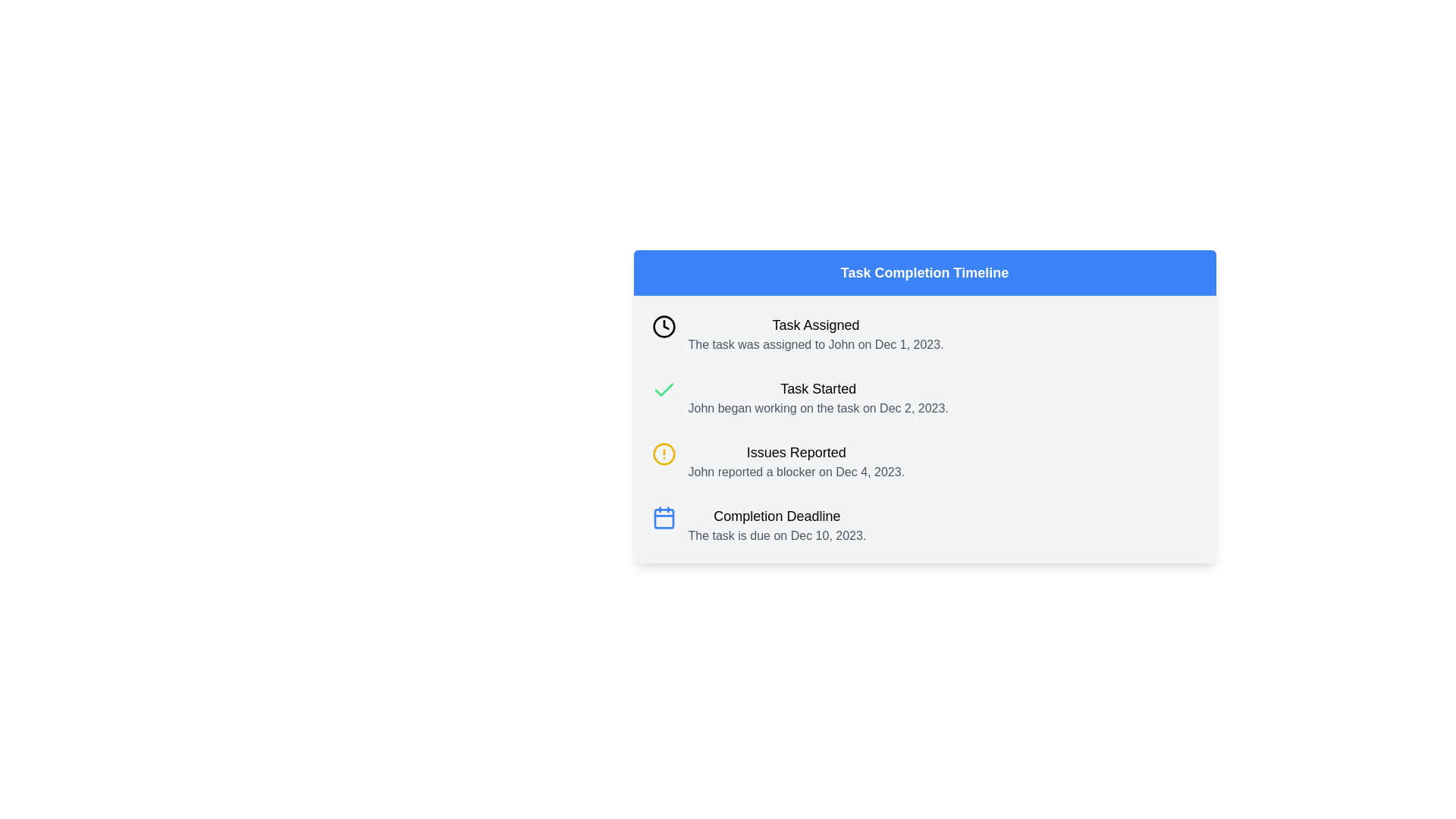  Describe the element at coordinates (777, 516) in the screenshot. I see `text label indicating the completion deadline for the task, which is located in the 'Task Completion Timeline' panel, positioned above the smaller descriptive text and aligned with a calendar icon` at that location.